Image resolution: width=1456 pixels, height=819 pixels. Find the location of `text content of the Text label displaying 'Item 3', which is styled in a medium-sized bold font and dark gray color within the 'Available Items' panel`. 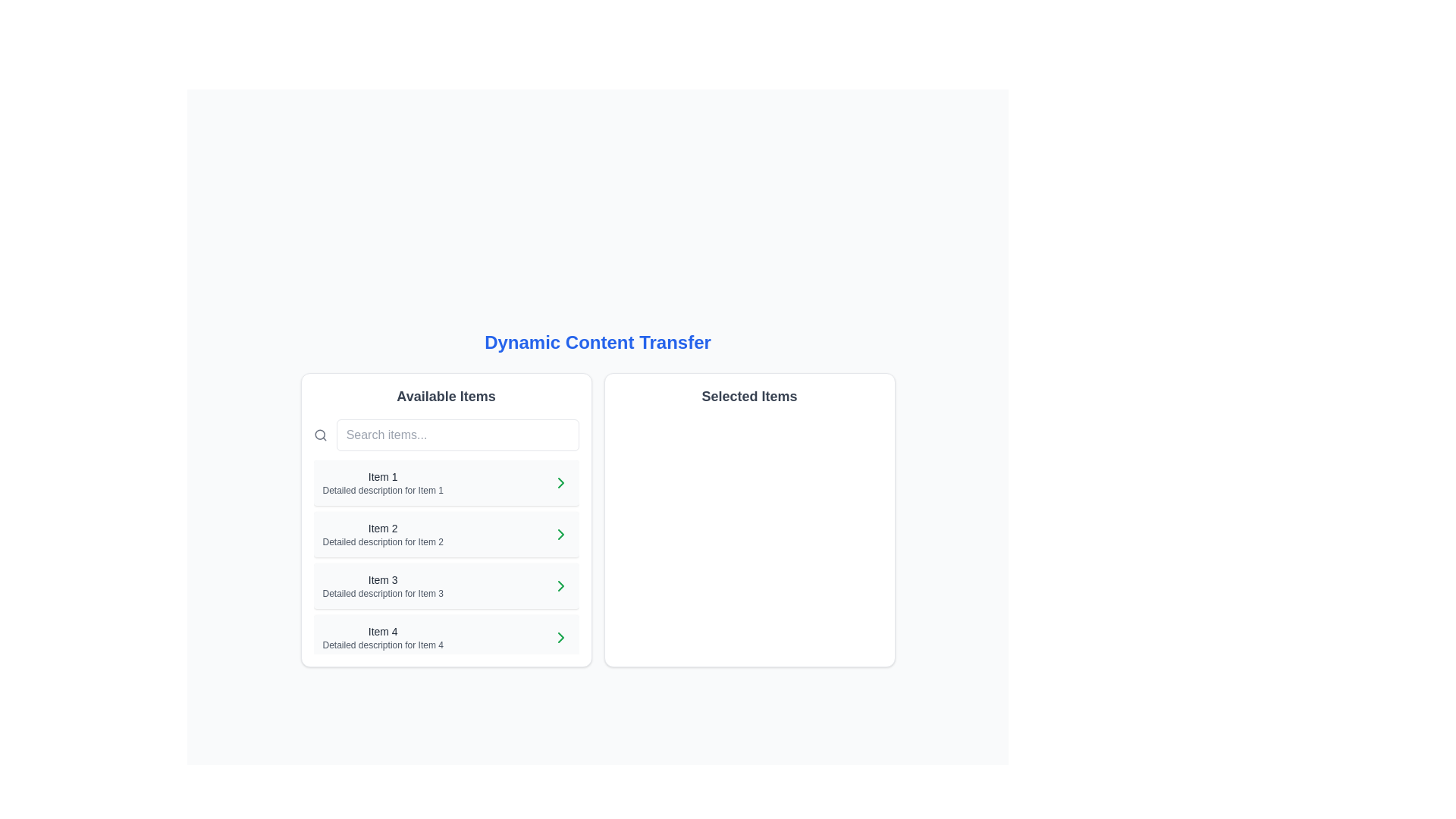

text content of the Text label displaying 'Item 3', which is styled in a medium-sized bold font and dark gray color within the 'Available Items' panel is located at coordinates (383, 579).